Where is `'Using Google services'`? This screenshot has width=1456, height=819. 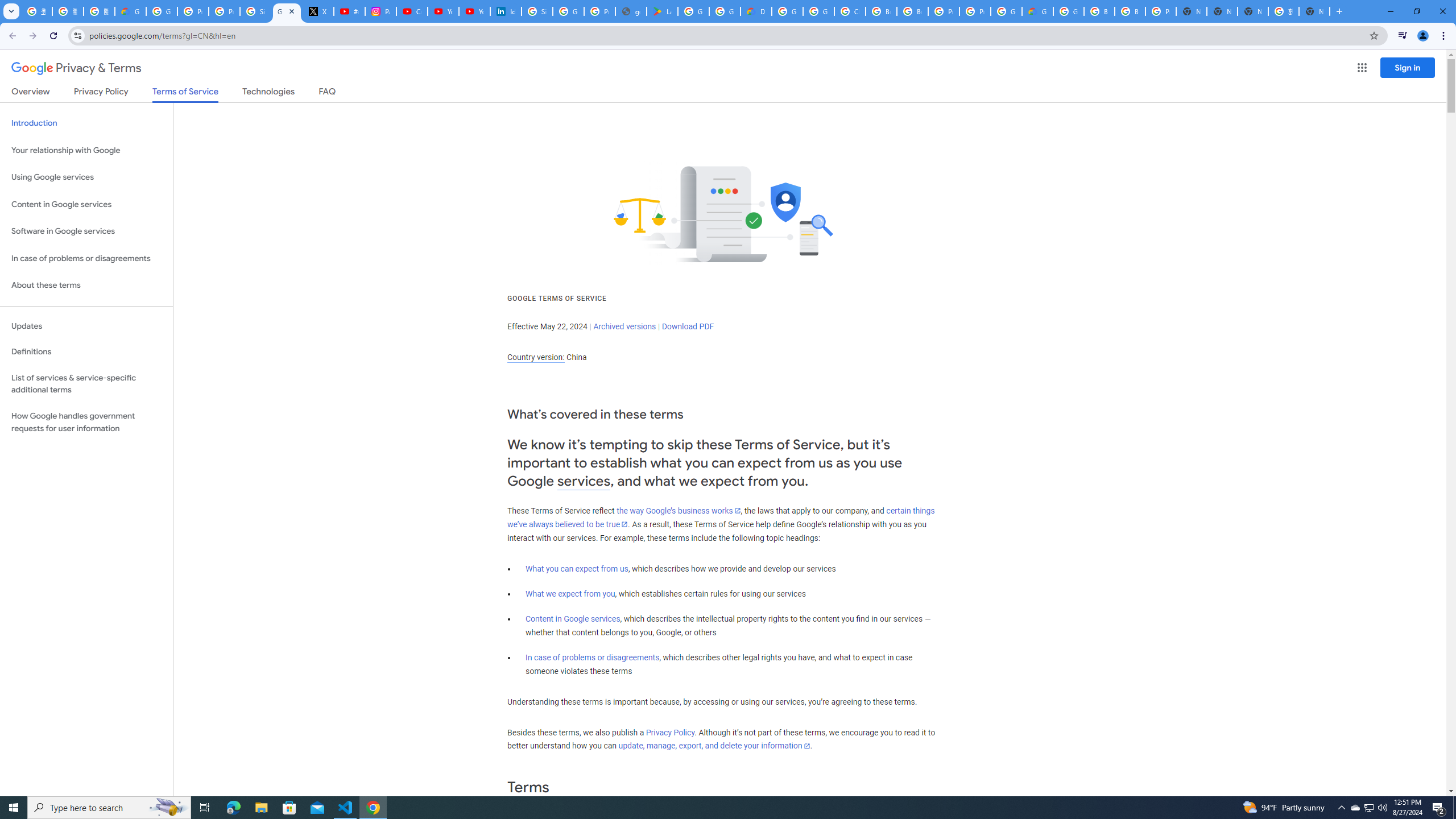
'Using Google services' is located at coordinates (86, 176).